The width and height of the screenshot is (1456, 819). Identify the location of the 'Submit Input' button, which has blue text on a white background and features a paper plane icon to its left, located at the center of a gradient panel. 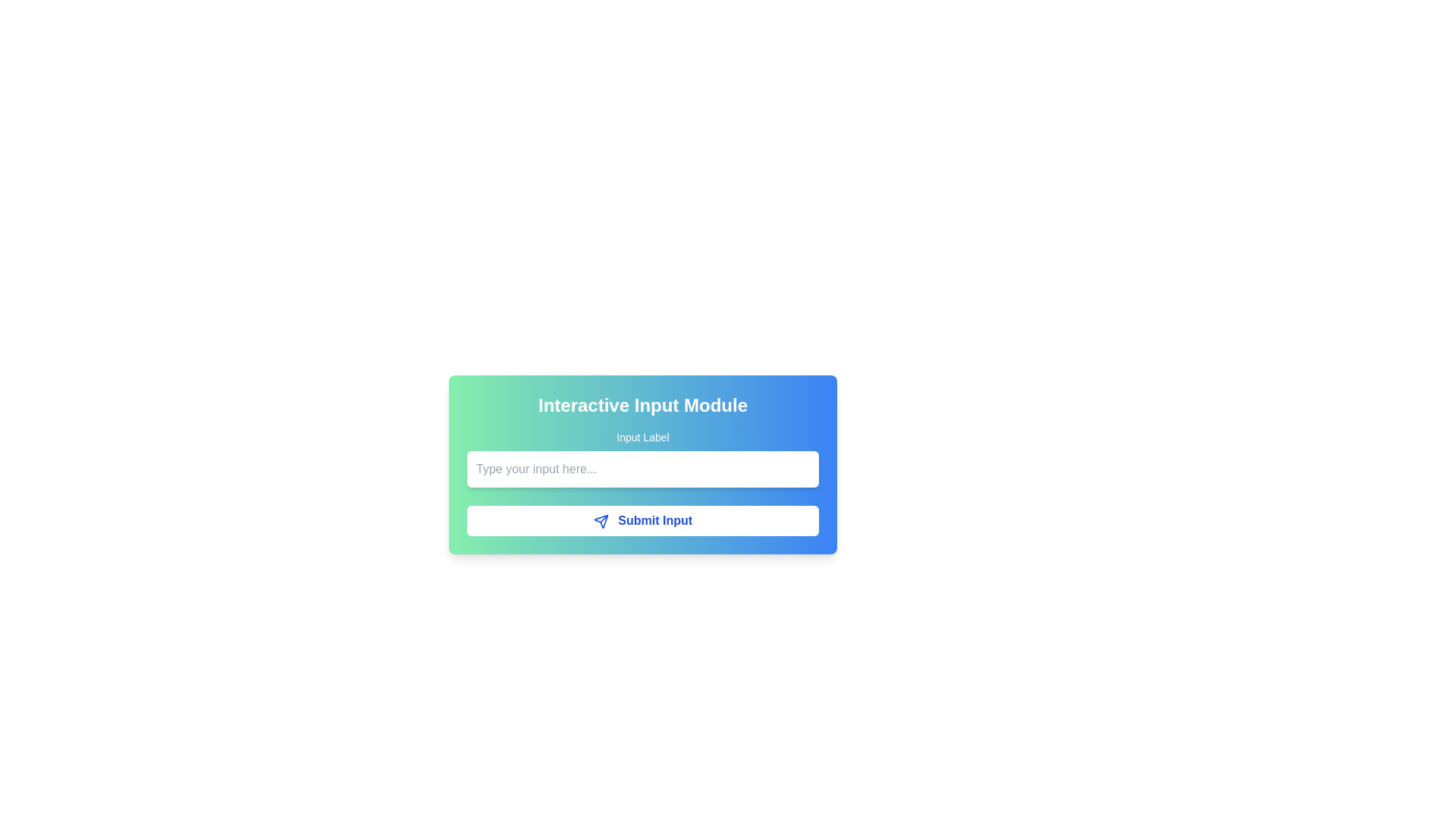
(643, 519).